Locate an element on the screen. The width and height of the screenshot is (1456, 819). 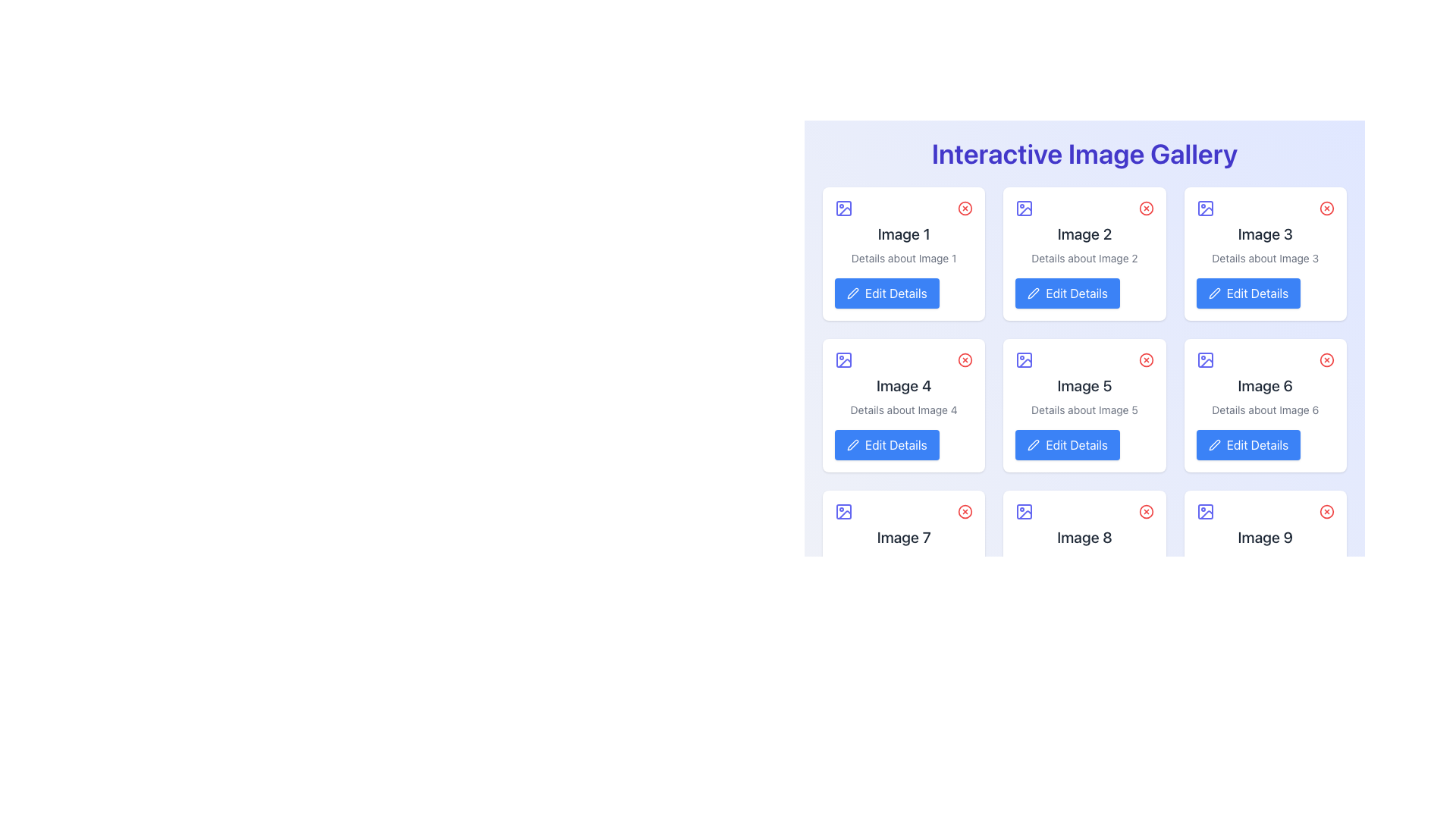
the SVG icon resembling a camera symbol, which is located at the top-left corner of the card labeled 'Image 9' in the image gallery is located at coordinates (1204, 512).